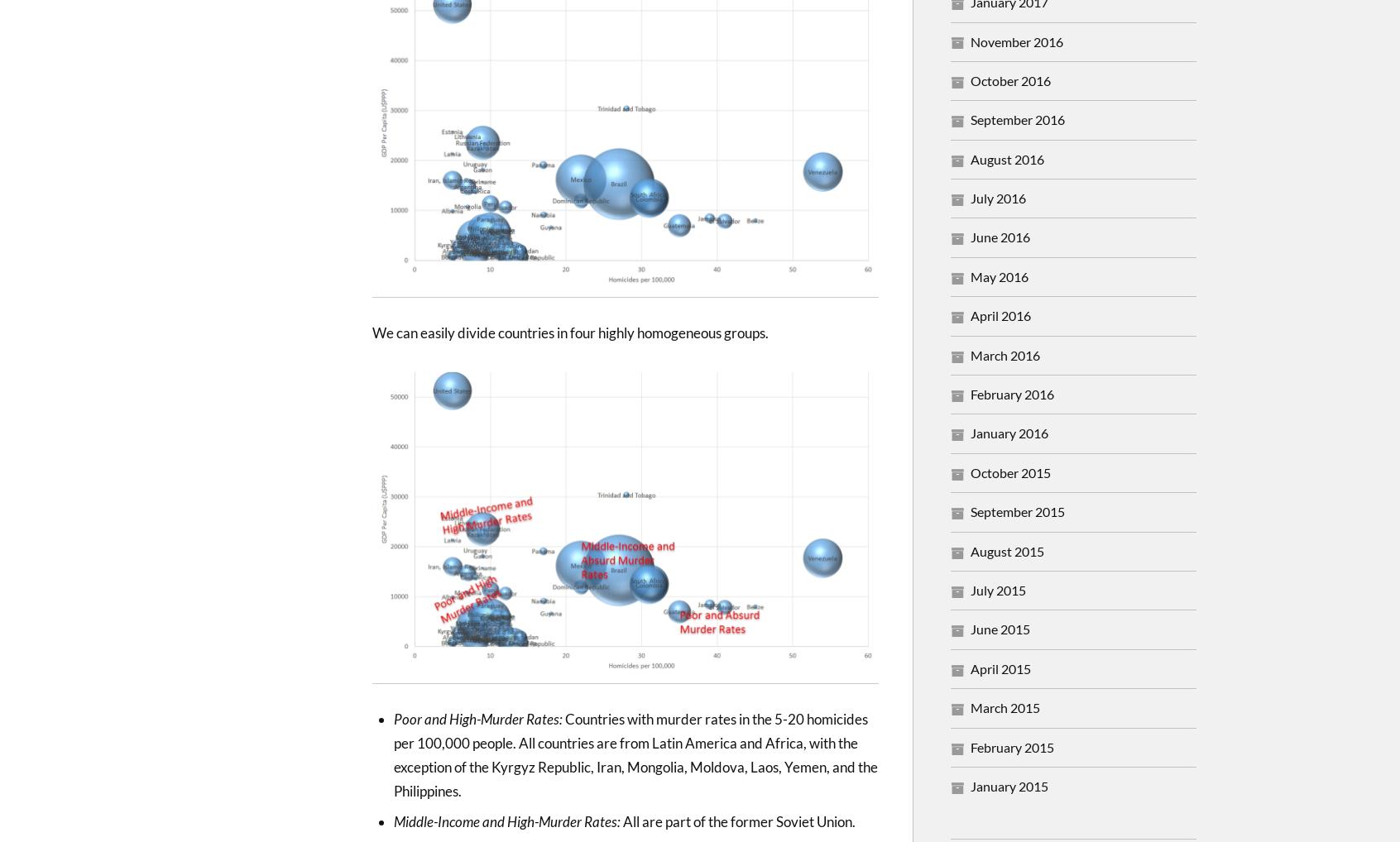  Describe the element at coordinates (1000, 315) in the screenshot. I see `'April 2016'` at that location.